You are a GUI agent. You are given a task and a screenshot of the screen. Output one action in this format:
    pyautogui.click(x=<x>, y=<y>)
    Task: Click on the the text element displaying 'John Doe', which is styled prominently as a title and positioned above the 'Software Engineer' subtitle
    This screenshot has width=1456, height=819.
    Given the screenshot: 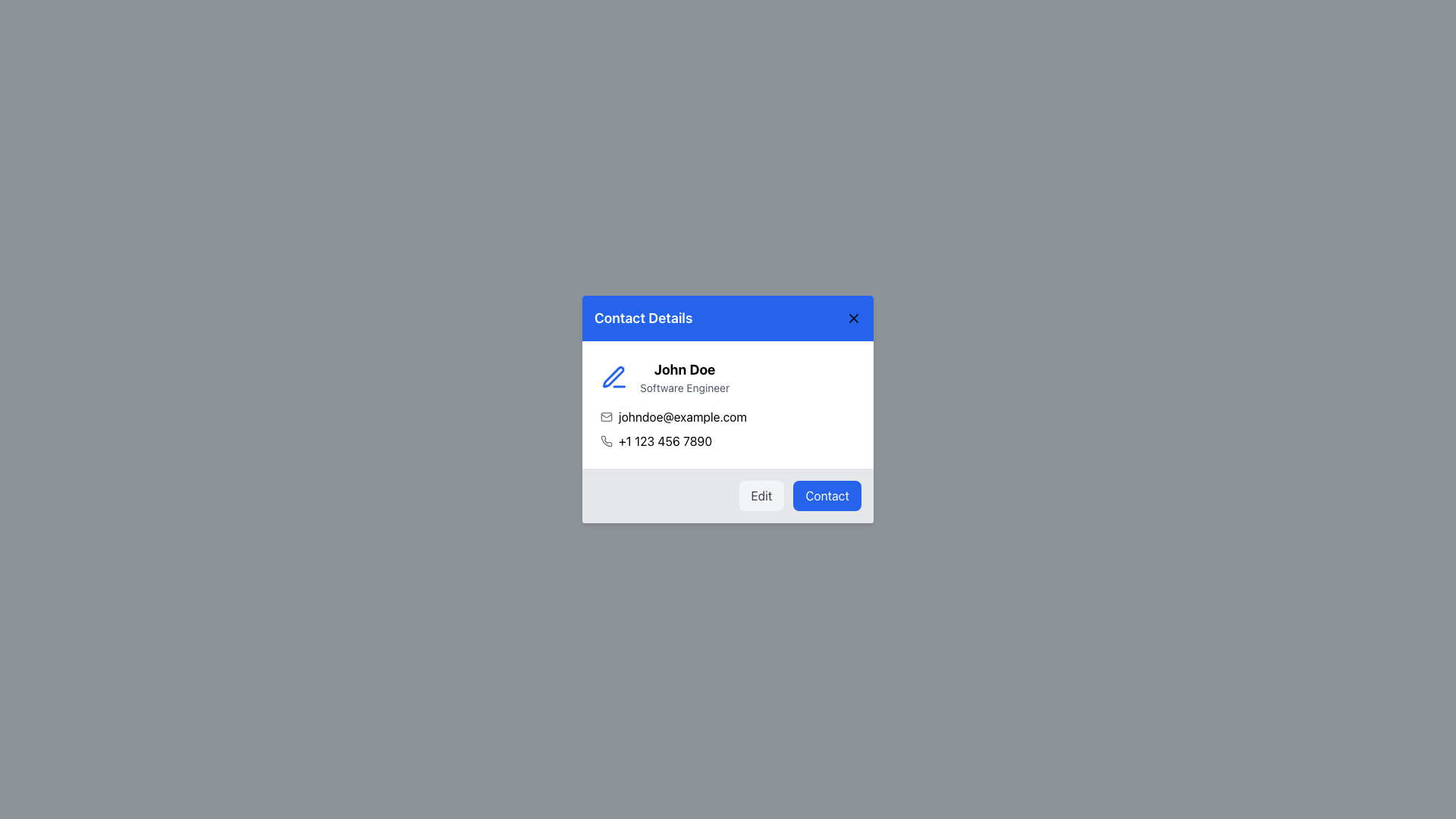 What is the action you would take?
    pyautogui.click(x=684, y=370)
    